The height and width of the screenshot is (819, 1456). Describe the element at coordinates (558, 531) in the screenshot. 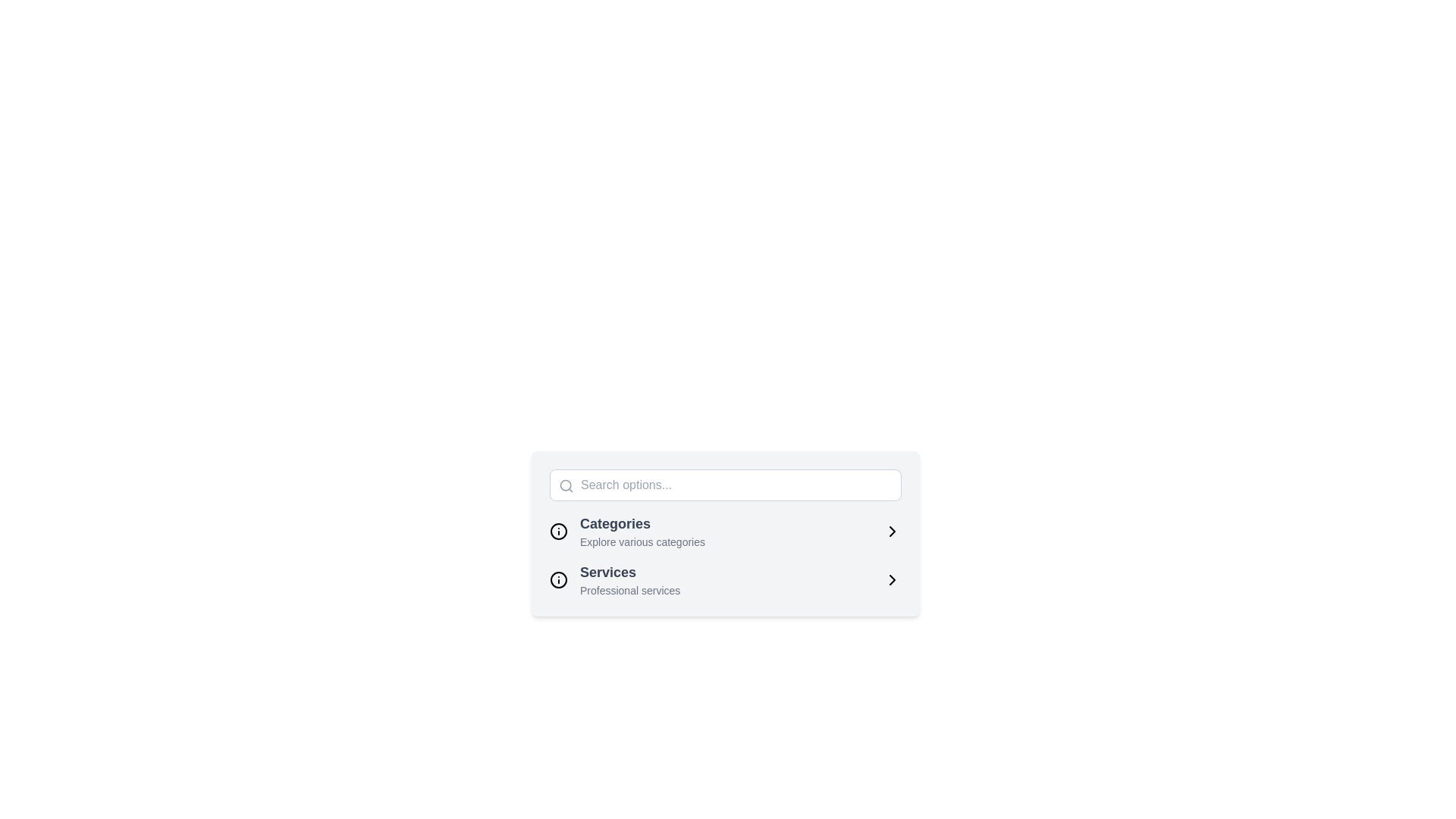

I see `the informational icon located leftmost in the 'Categories' row, directly to the left of the headings 'Categories' and 'Explore various categories' for further details` at that location.